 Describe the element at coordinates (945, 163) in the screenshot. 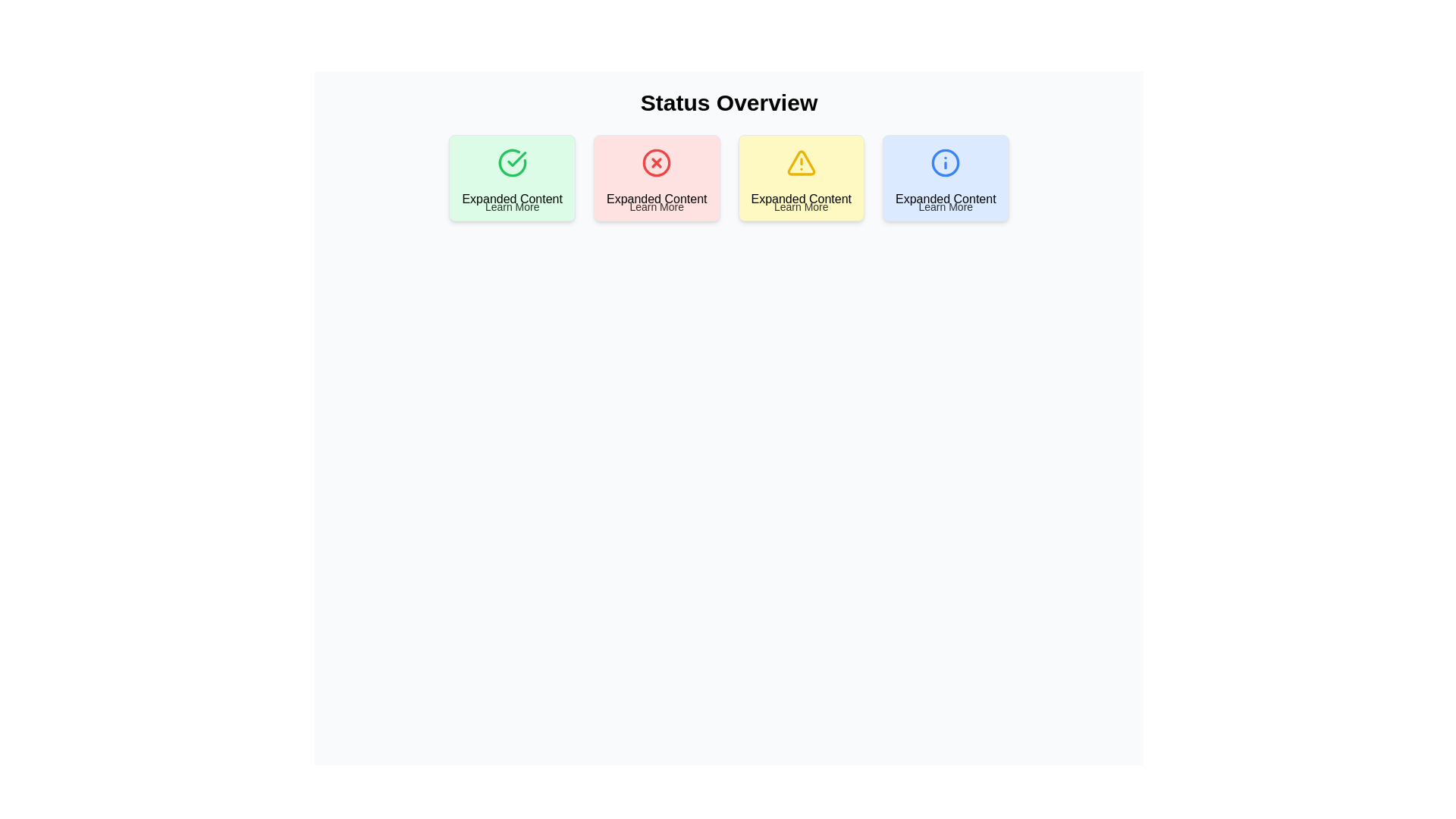

I see `the circular information icon with a blue outline and a lowercase 'i' set against a transparent background, located at the top of a light blue rounded rectangular card` at that location.